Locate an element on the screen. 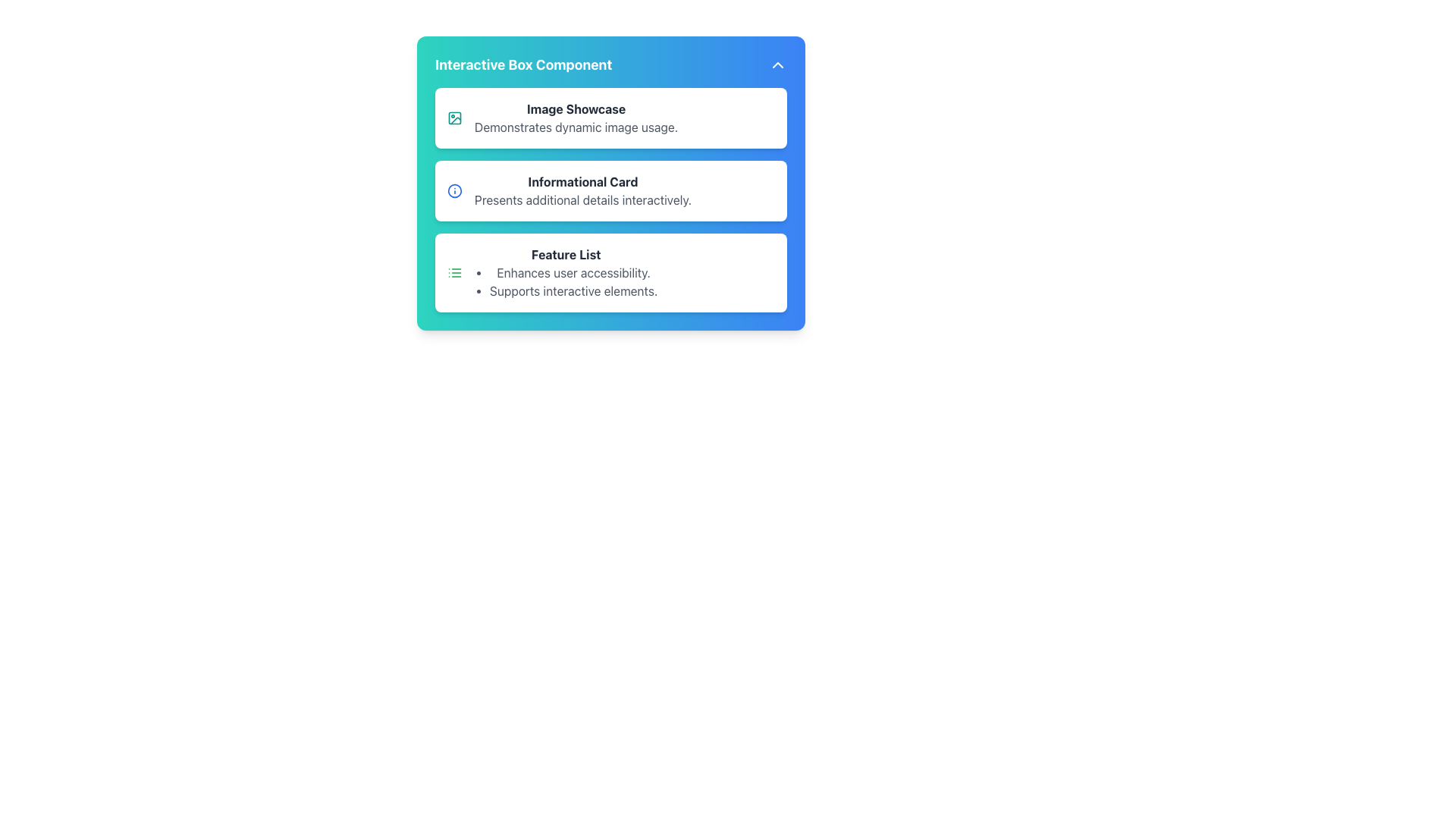 The width and height of the screenshot is (1456, 819). the bold, large font text displaying 'Interactive Box Component' styled in white color, located at the top section of a card-like interface is located at coordinates (523, 64).